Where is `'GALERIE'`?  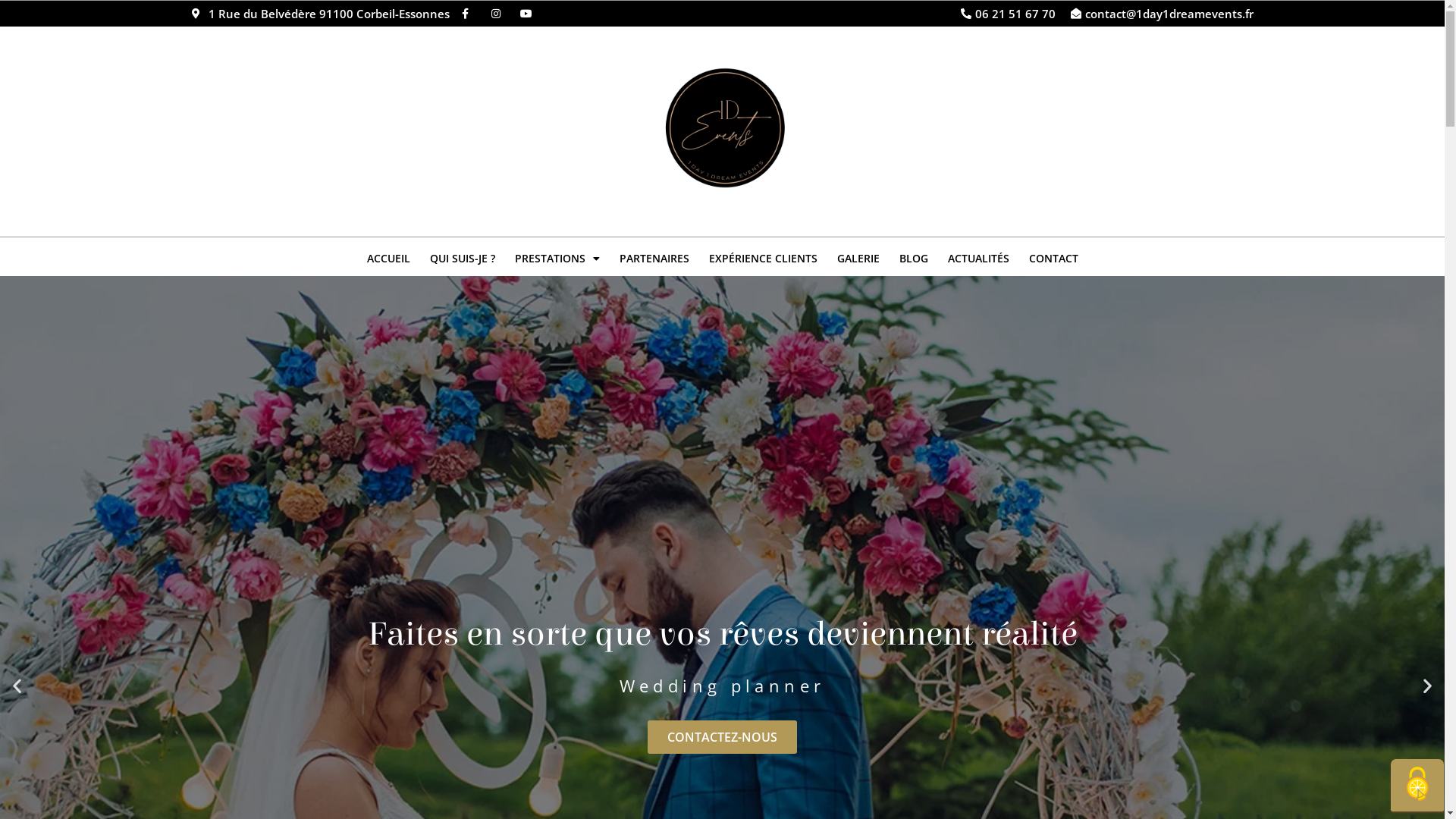 'GALERIE' is located at coordinates (825, 257).